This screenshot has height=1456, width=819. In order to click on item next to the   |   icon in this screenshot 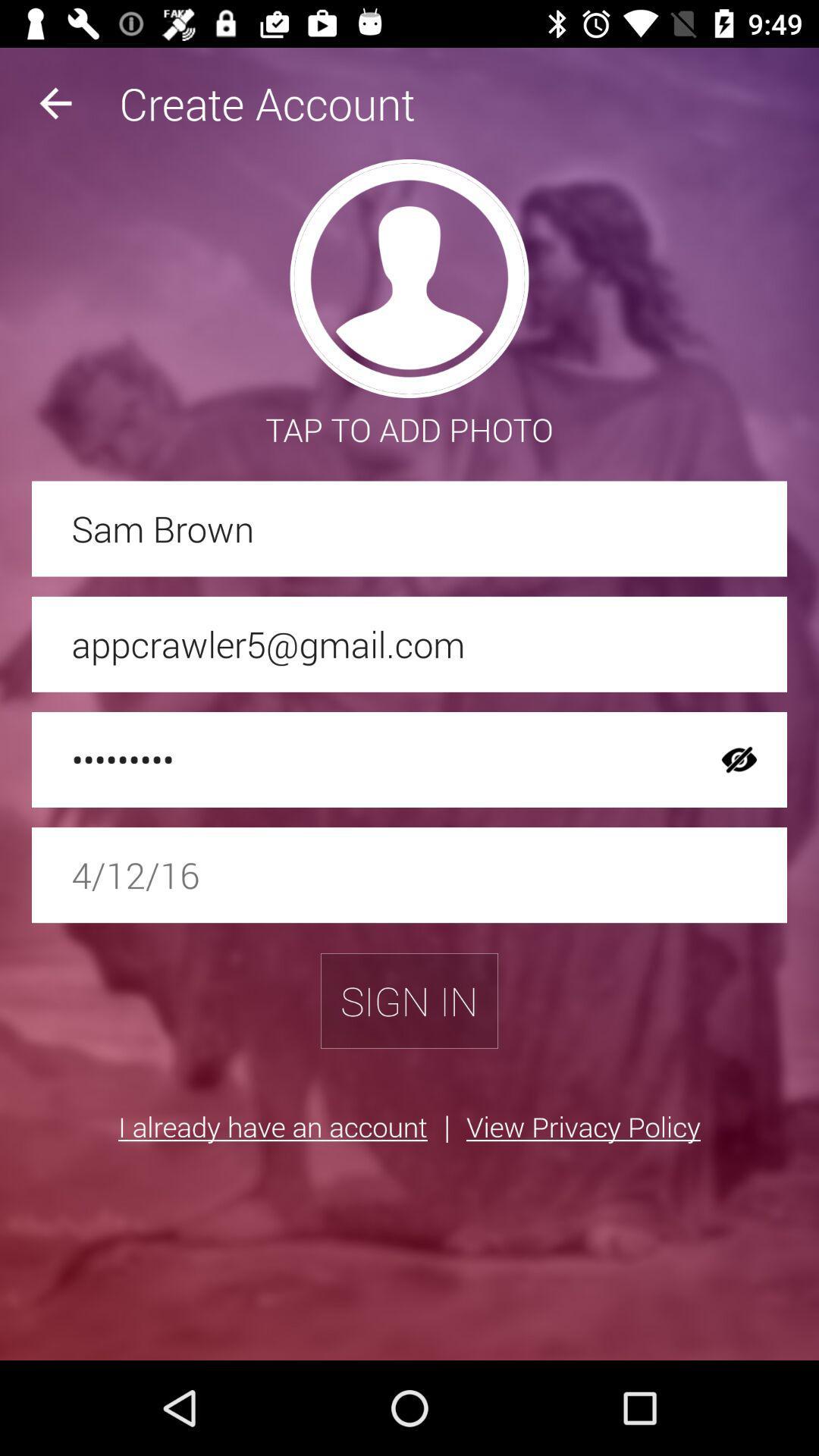, I will do `click(271, 1126)`.